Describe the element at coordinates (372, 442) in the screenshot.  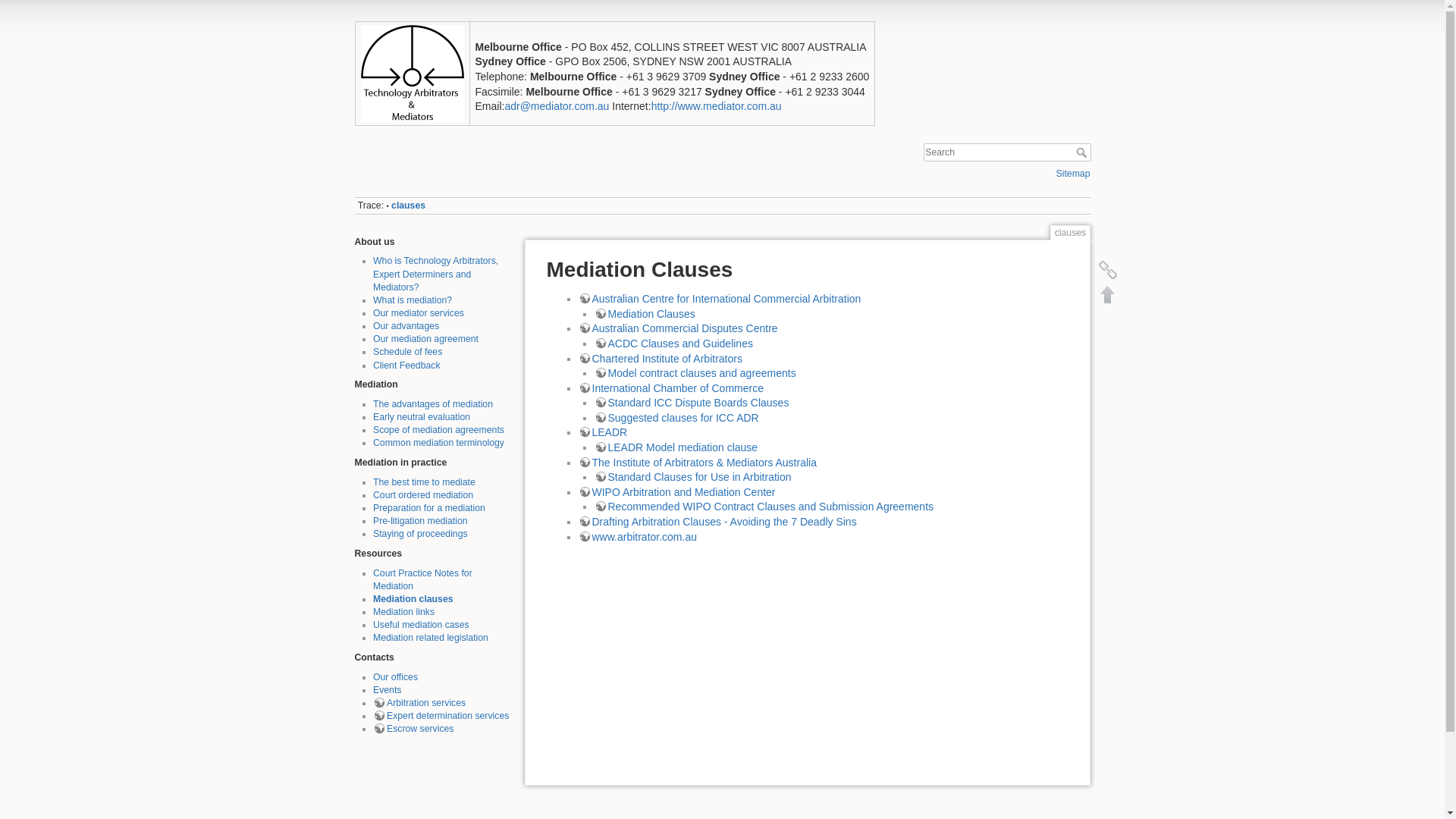
I see `'Common mediation terminology'` at that location.